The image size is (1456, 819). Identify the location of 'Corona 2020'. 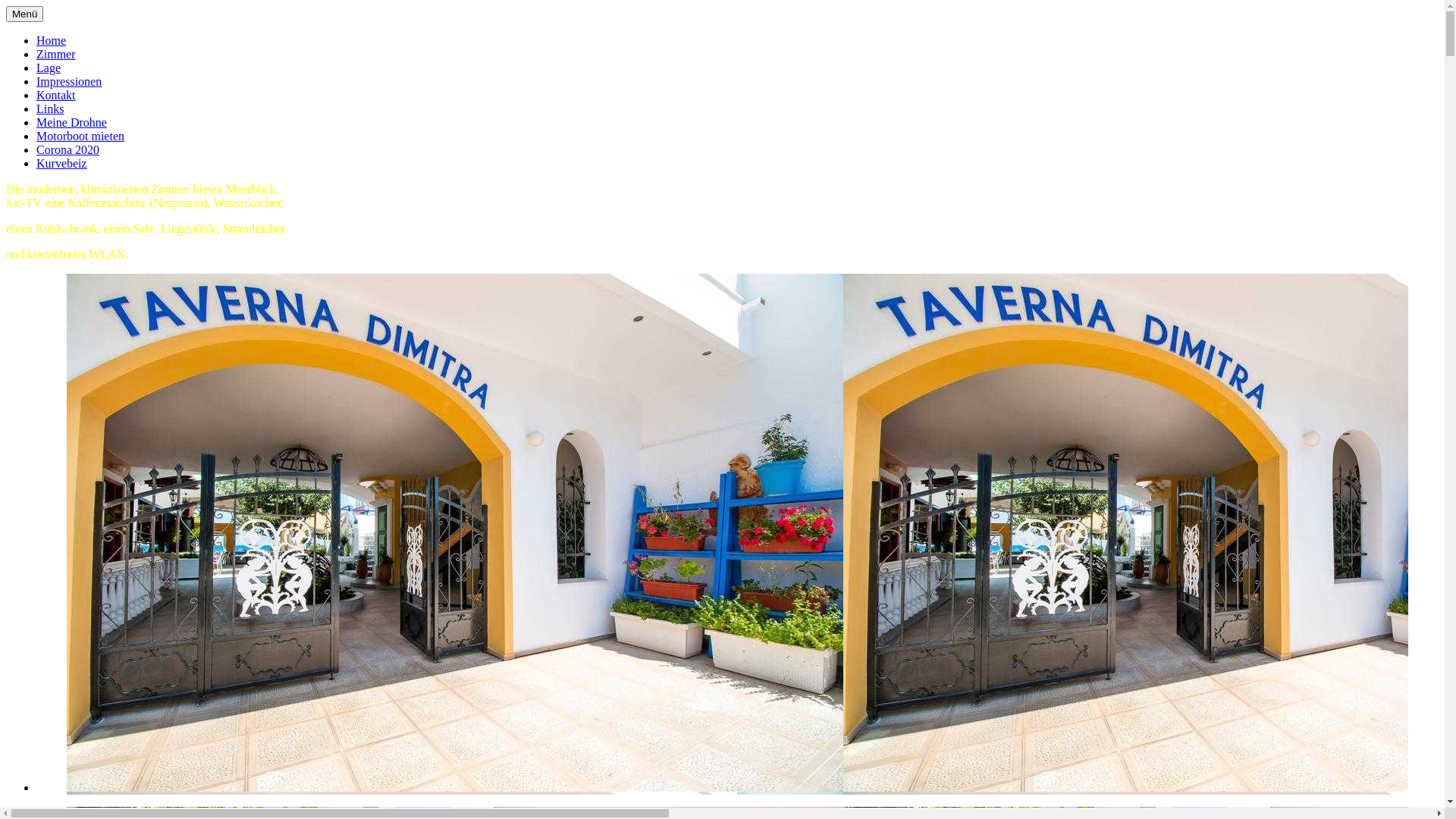
(67, 149).